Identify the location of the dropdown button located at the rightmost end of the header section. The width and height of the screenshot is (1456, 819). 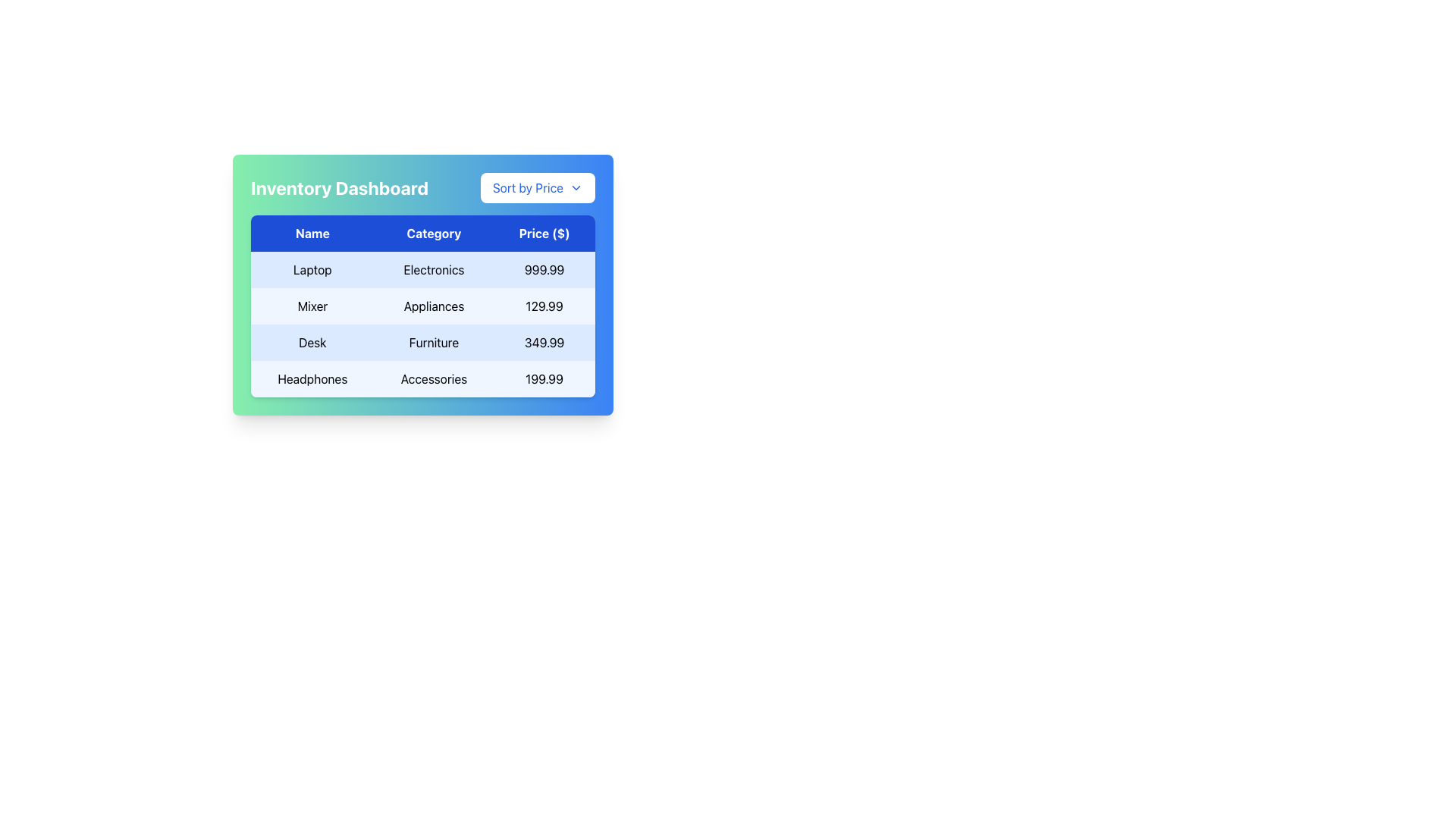
(538, 187).